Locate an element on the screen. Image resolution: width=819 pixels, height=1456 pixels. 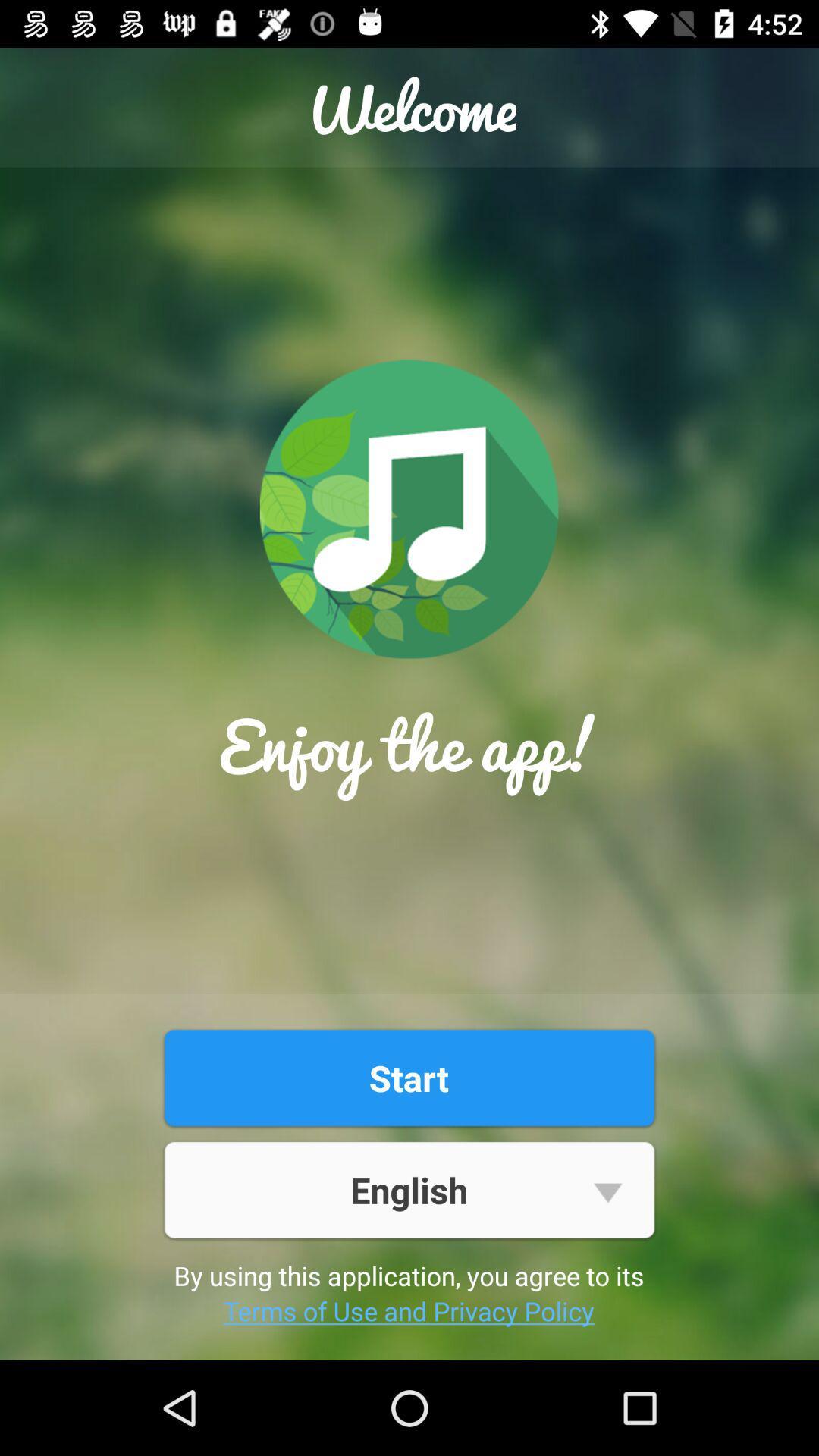
english item is located at coordinates (408, 1189).